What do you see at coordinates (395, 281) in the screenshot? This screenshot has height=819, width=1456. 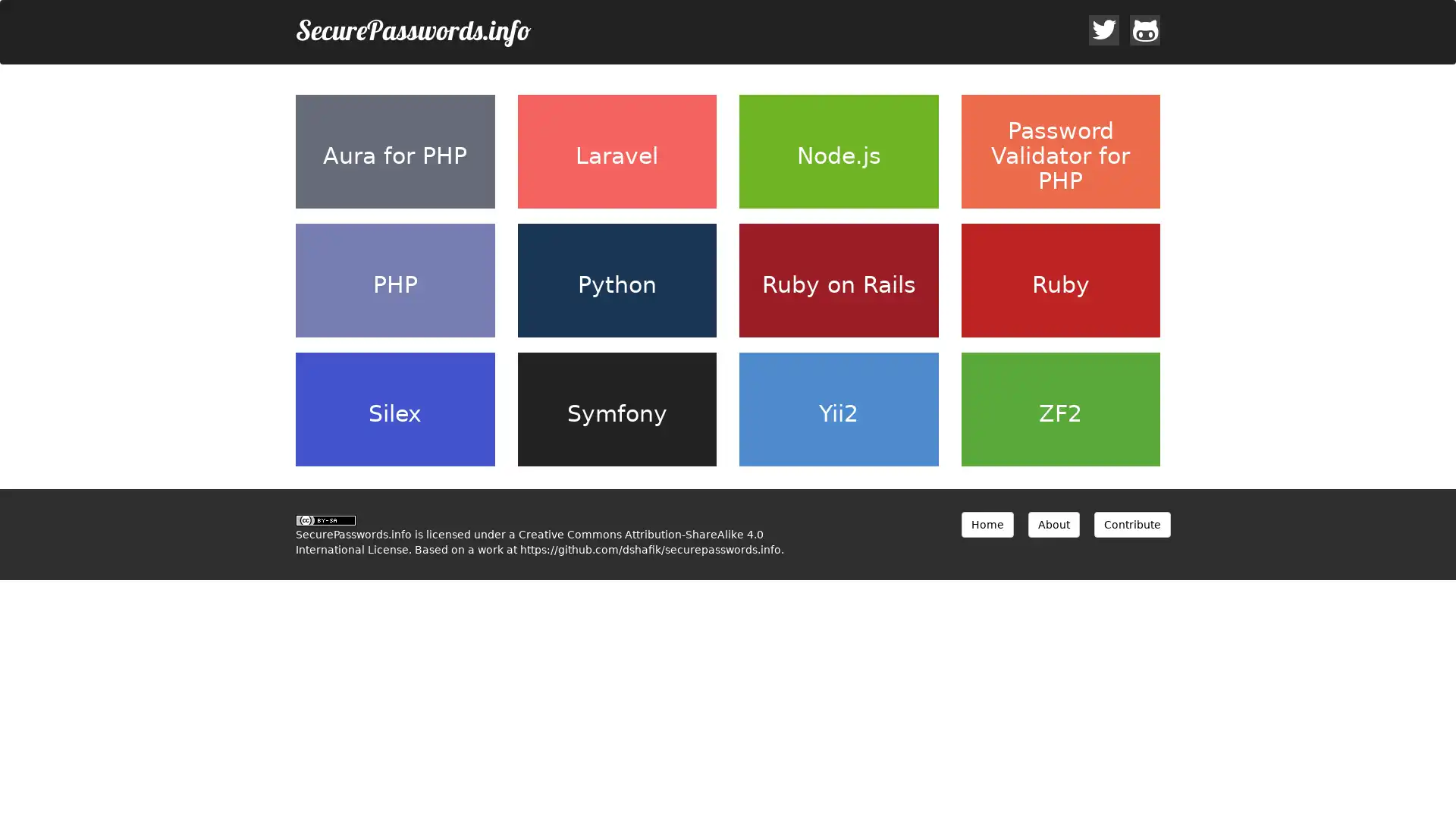 I see `PHP` at bounding box center [395, 281].